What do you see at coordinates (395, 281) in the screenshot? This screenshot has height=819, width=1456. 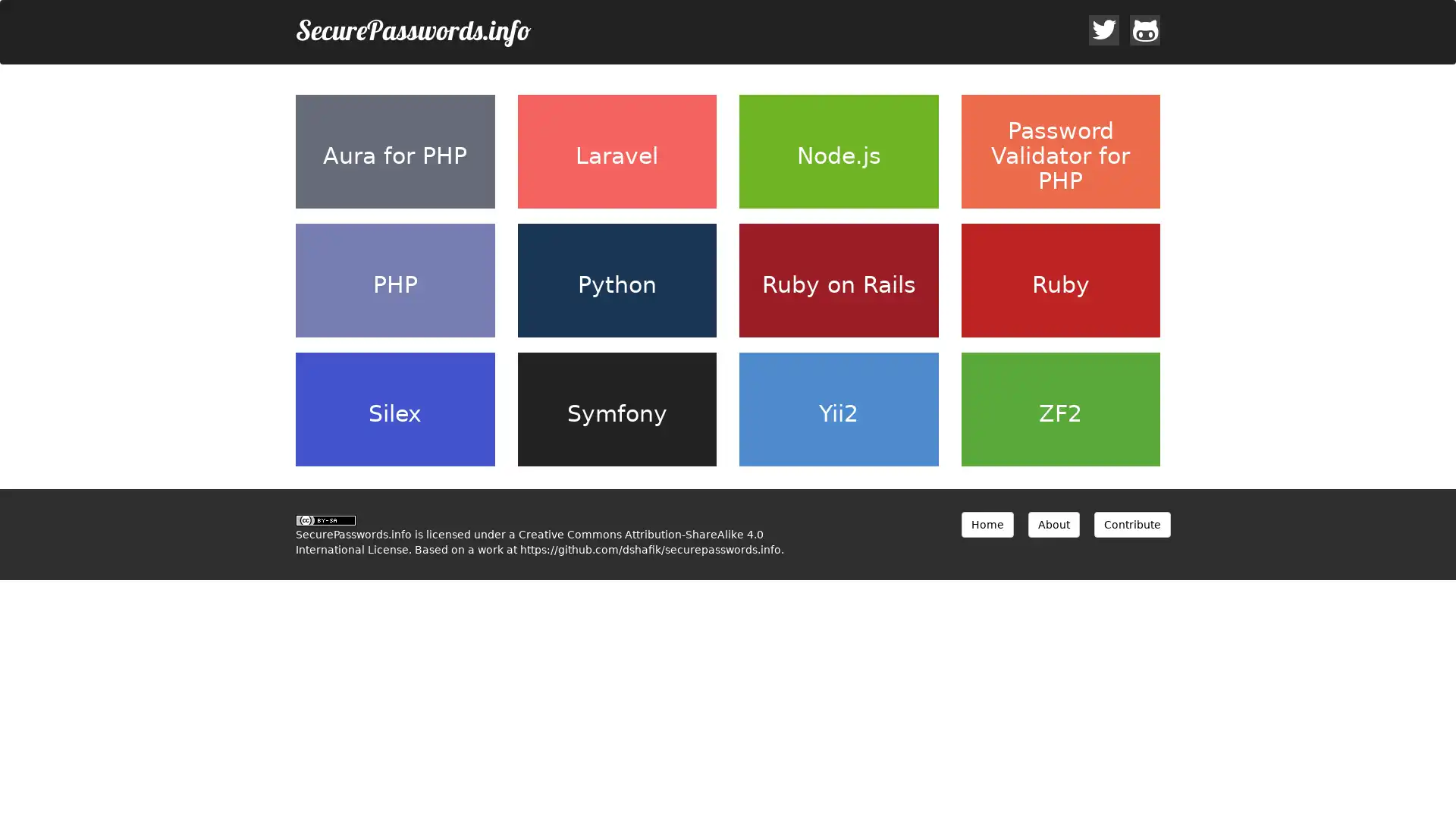 I see `PHP` at bounding box center [395, 281].